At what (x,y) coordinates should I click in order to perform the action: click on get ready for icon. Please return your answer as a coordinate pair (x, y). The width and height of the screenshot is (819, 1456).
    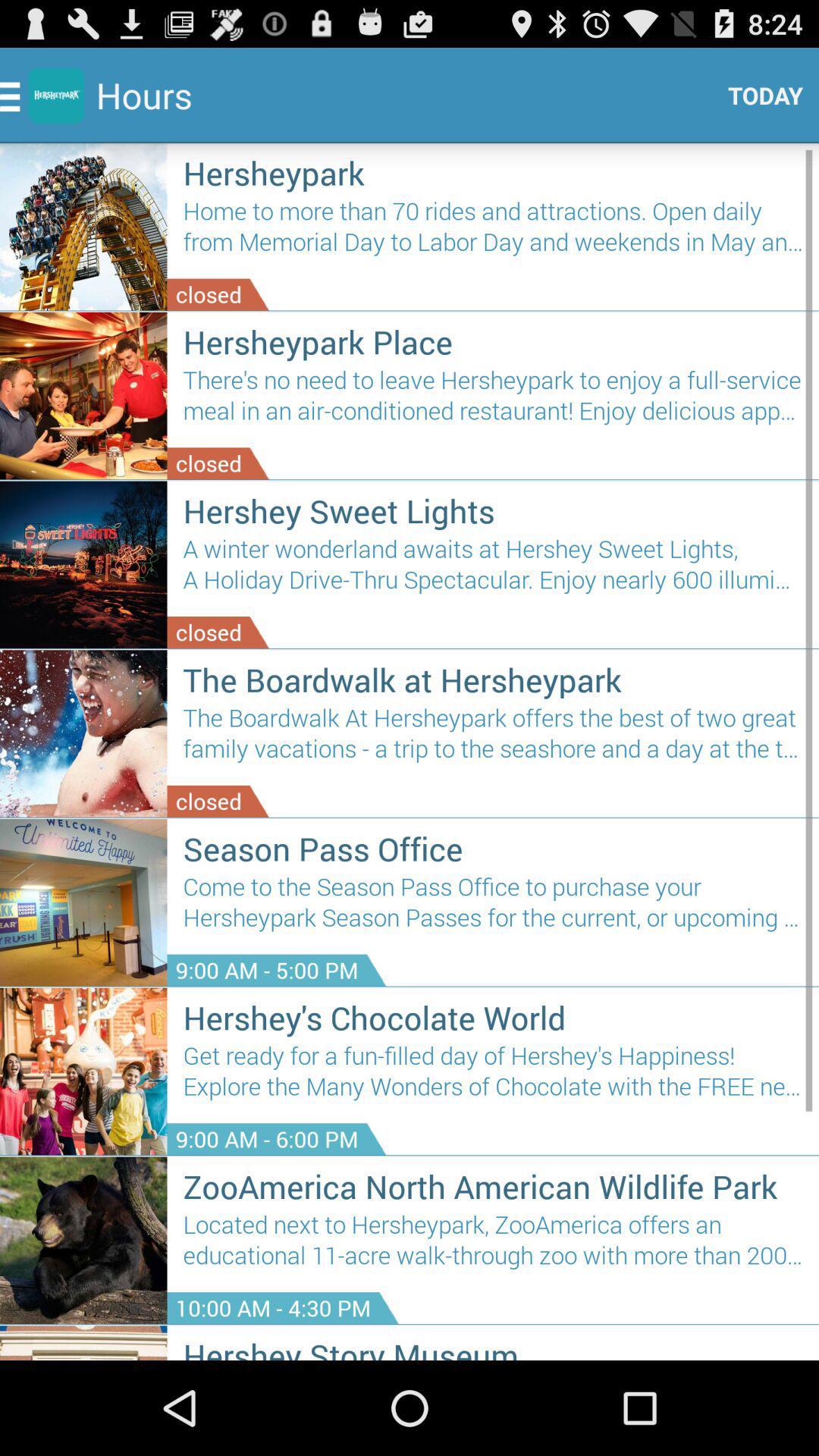
    Looking at the image, I should click on (493, 1076).